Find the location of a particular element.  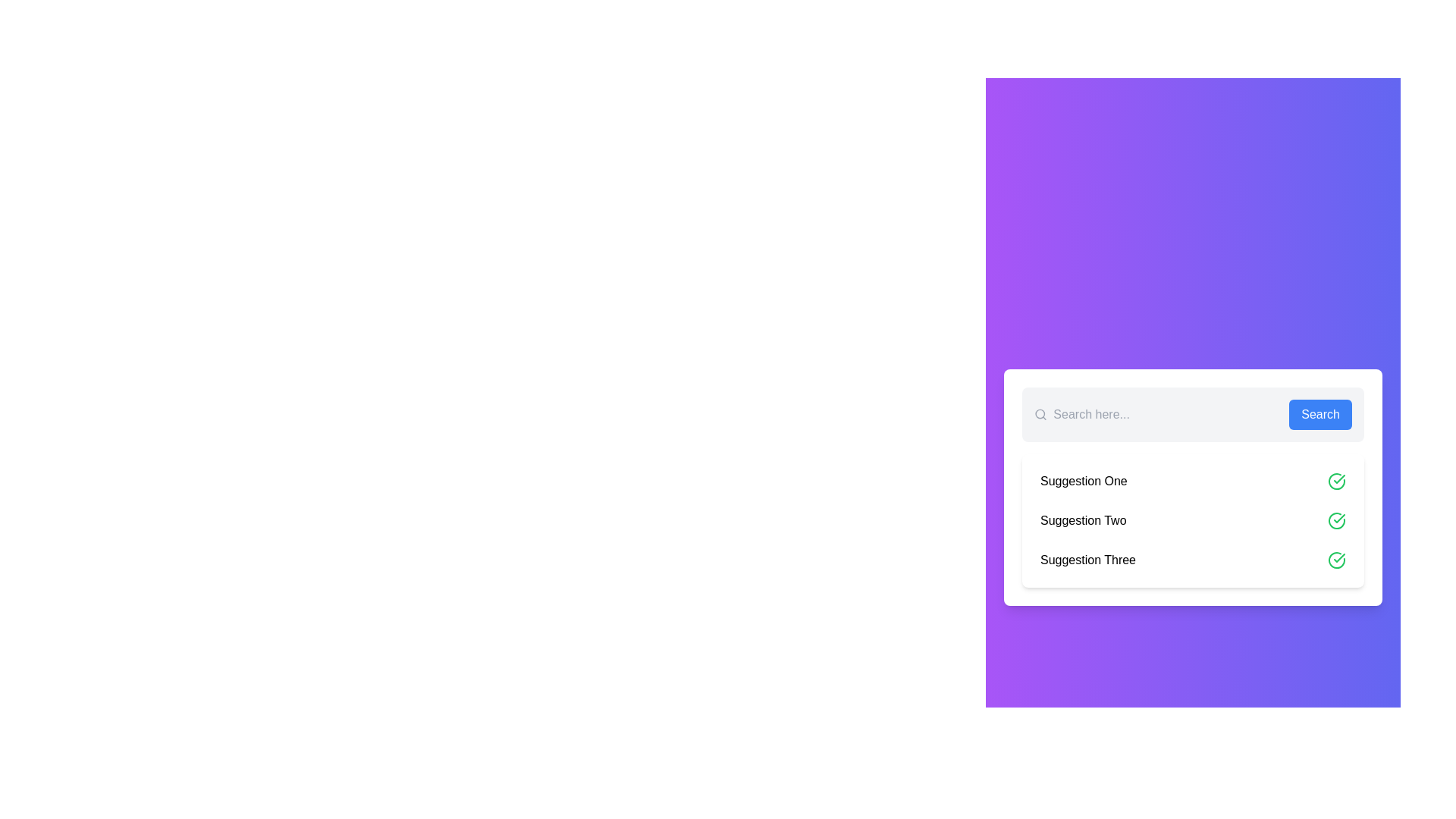

the 'Search' button located at the far right of the search bar within the suggestion card to initiate a search is located at coordinates (1319, 415).